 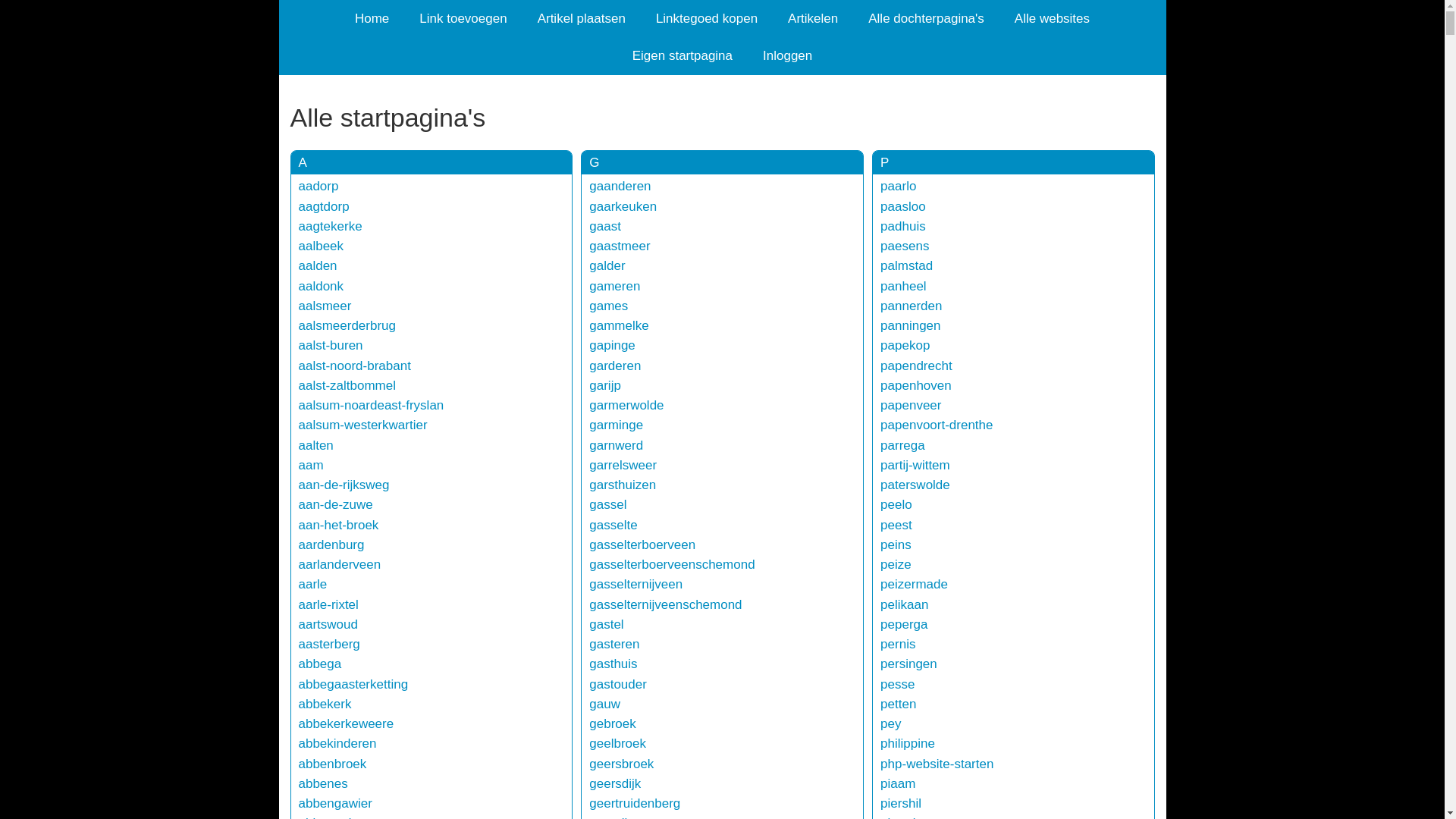 I want to click on 'pesse', so click(x=897, y=684).